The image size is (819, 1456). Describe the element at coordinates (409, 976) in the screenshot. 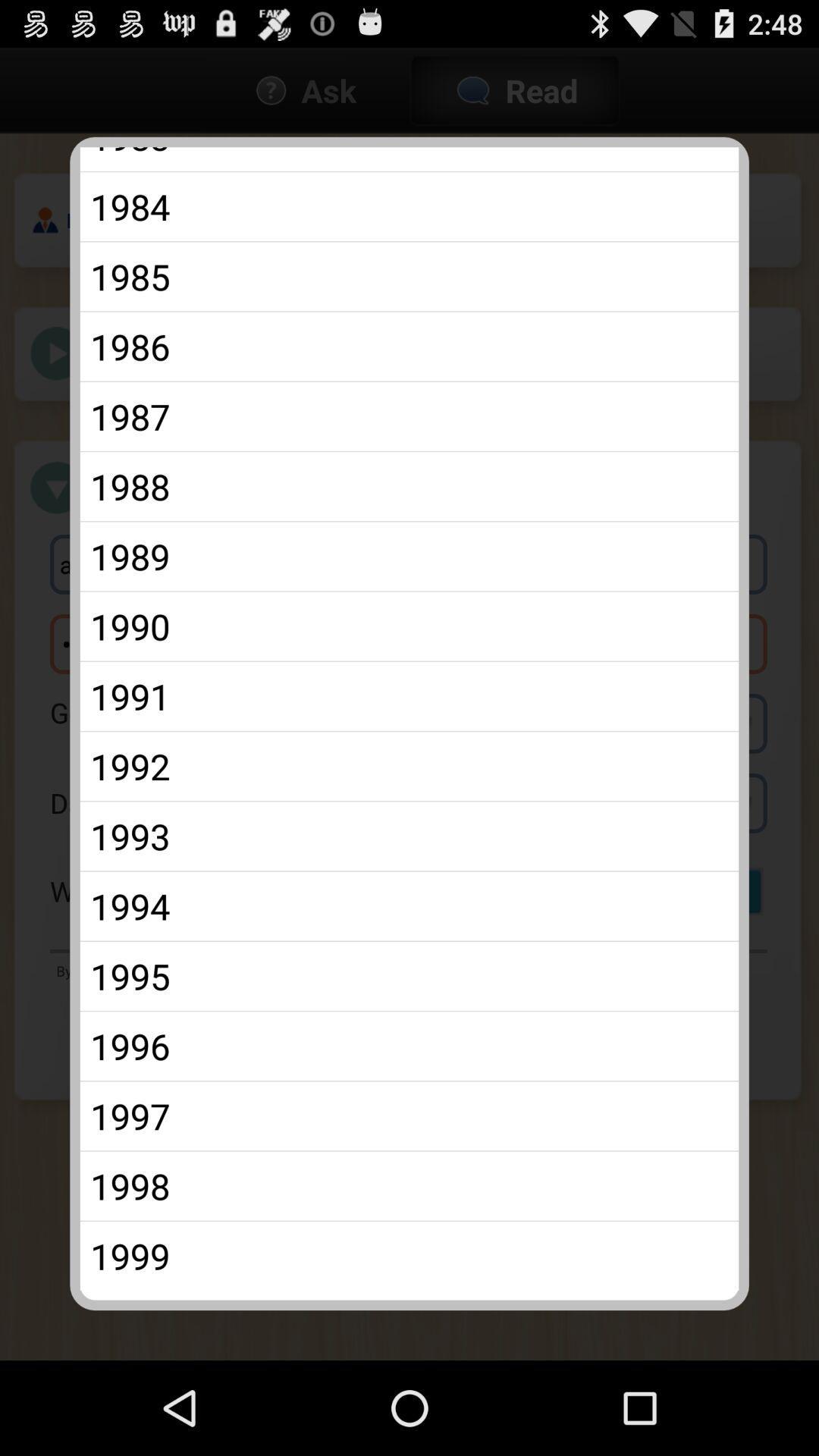

I see `the item below the 1994 icon` at that location.